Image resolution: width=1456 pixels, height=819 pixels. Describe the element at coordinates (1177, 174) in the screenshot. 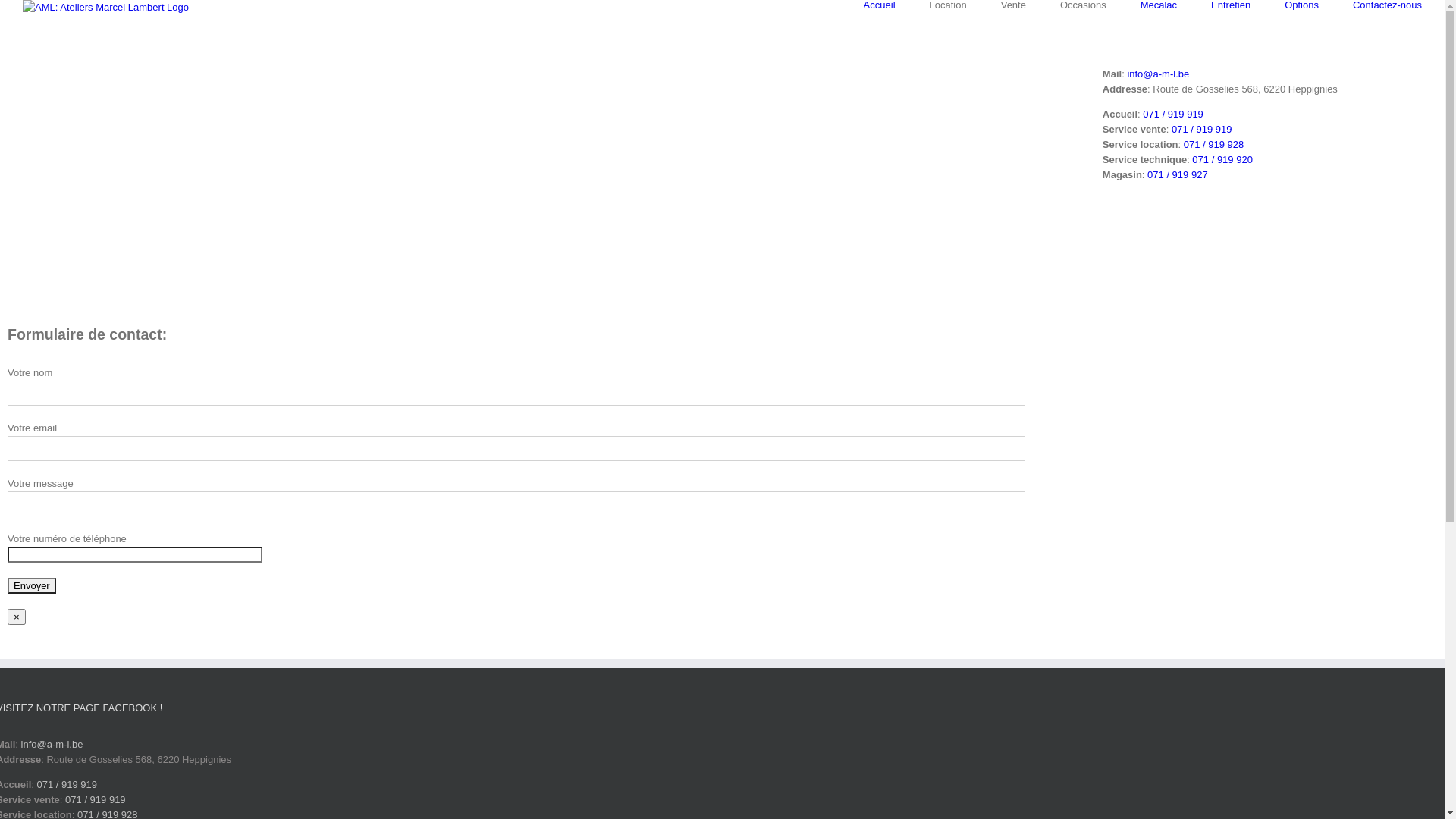

I see `'071 / 919 927'` at that location.